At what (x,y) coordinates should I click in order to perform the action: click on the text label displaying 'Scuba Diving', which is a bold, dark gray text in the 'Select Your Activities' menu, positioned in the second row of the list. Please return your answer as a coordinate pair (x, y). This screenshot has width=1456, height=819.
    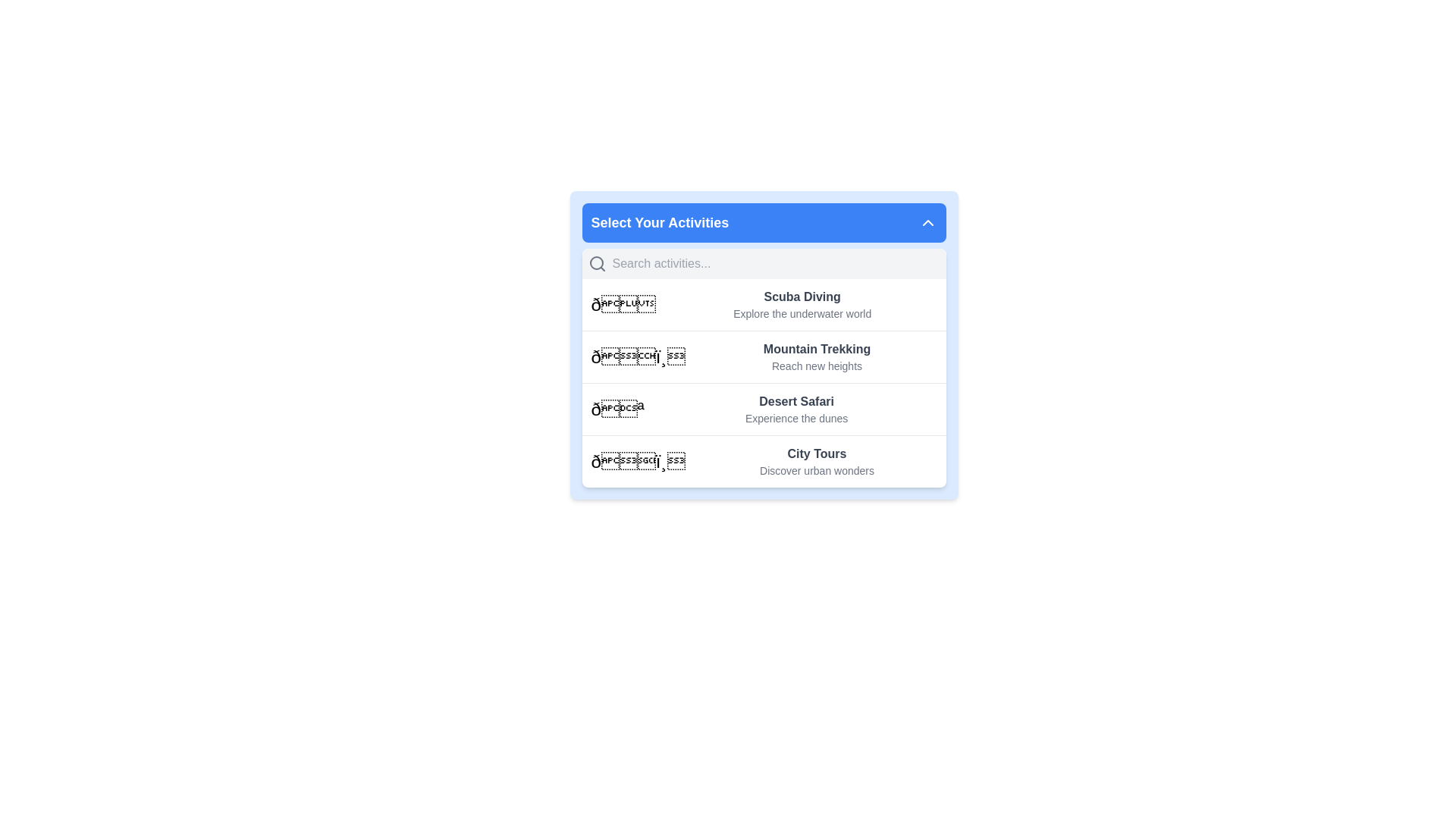
    Looking at the image, I should click on (802, 297).